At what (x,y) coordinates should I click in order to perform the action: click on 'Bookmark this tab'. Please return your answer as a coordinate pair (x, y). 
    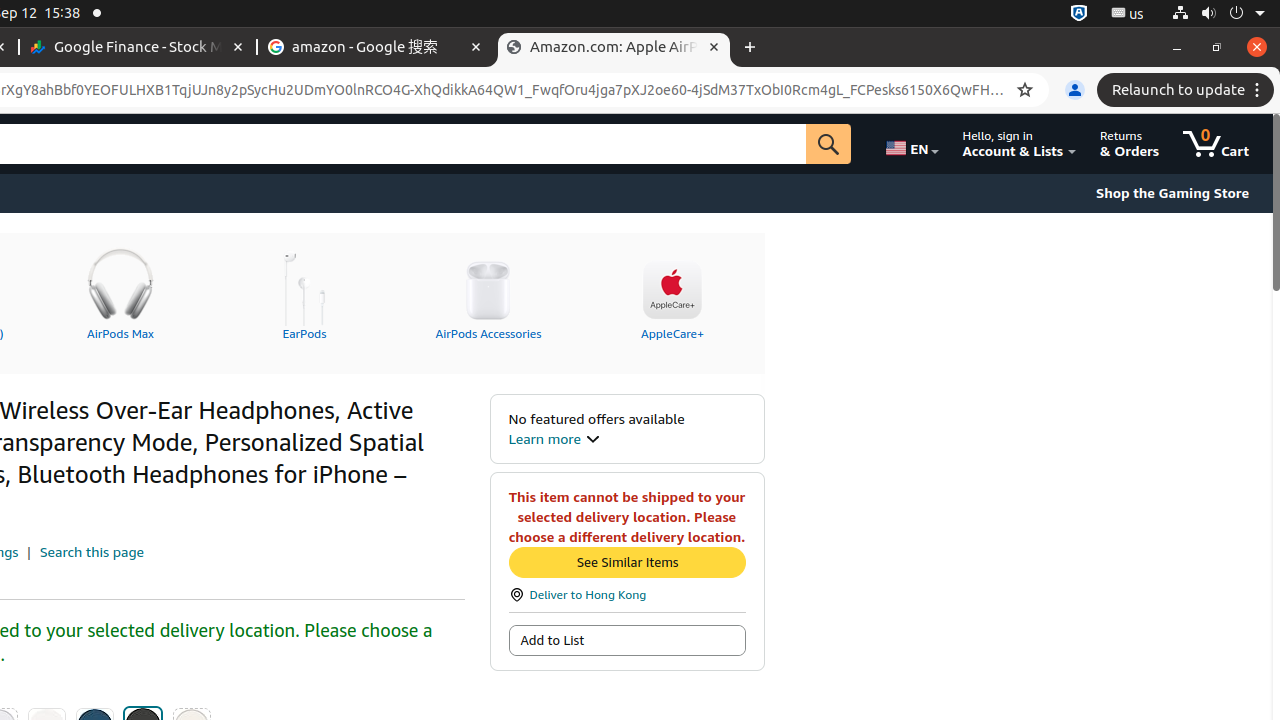
    Looking at the image, I should click on (1025, 90).